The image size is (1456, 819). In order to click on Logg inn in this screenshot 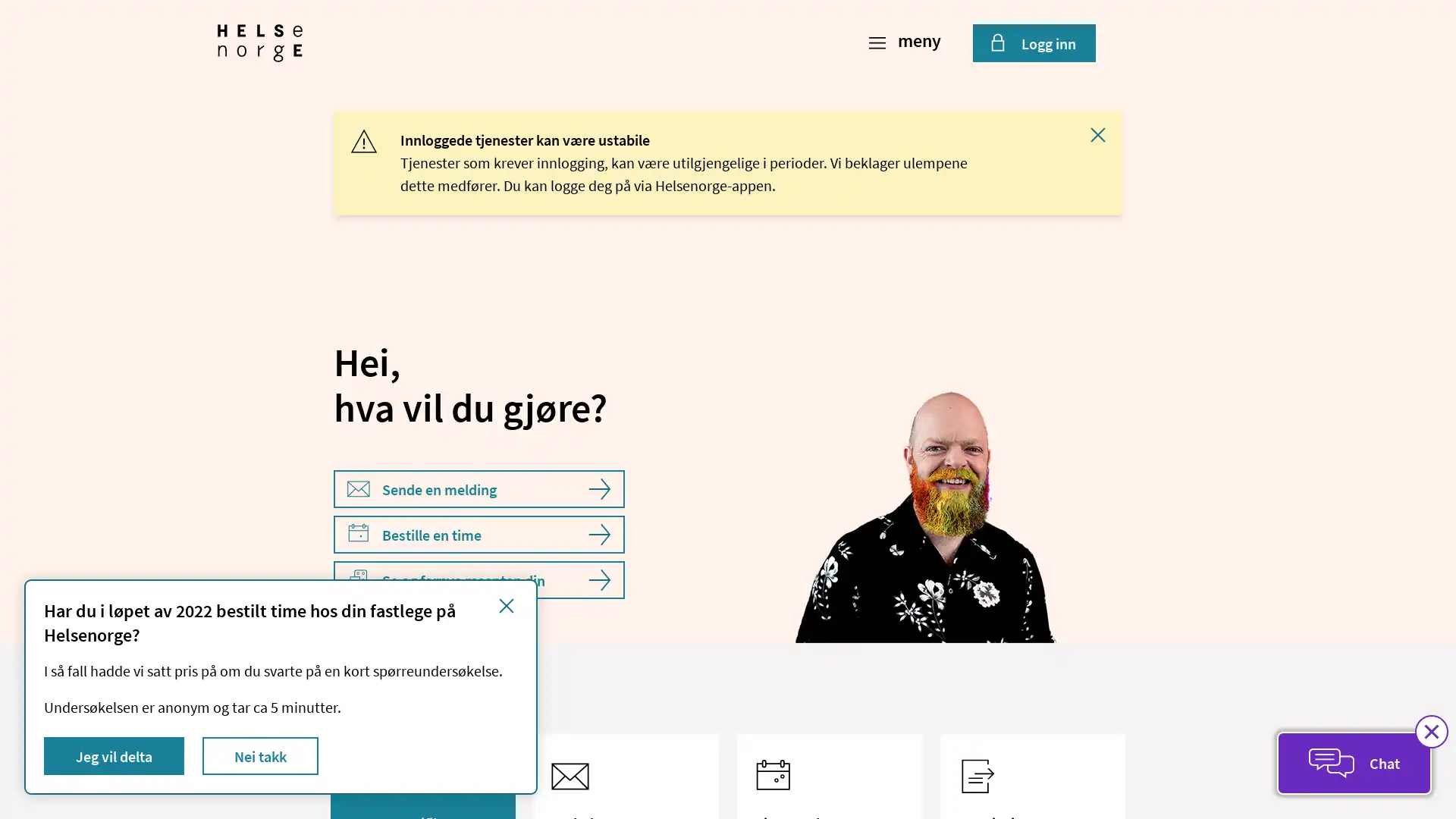, I will do `click(1033, 42)`.